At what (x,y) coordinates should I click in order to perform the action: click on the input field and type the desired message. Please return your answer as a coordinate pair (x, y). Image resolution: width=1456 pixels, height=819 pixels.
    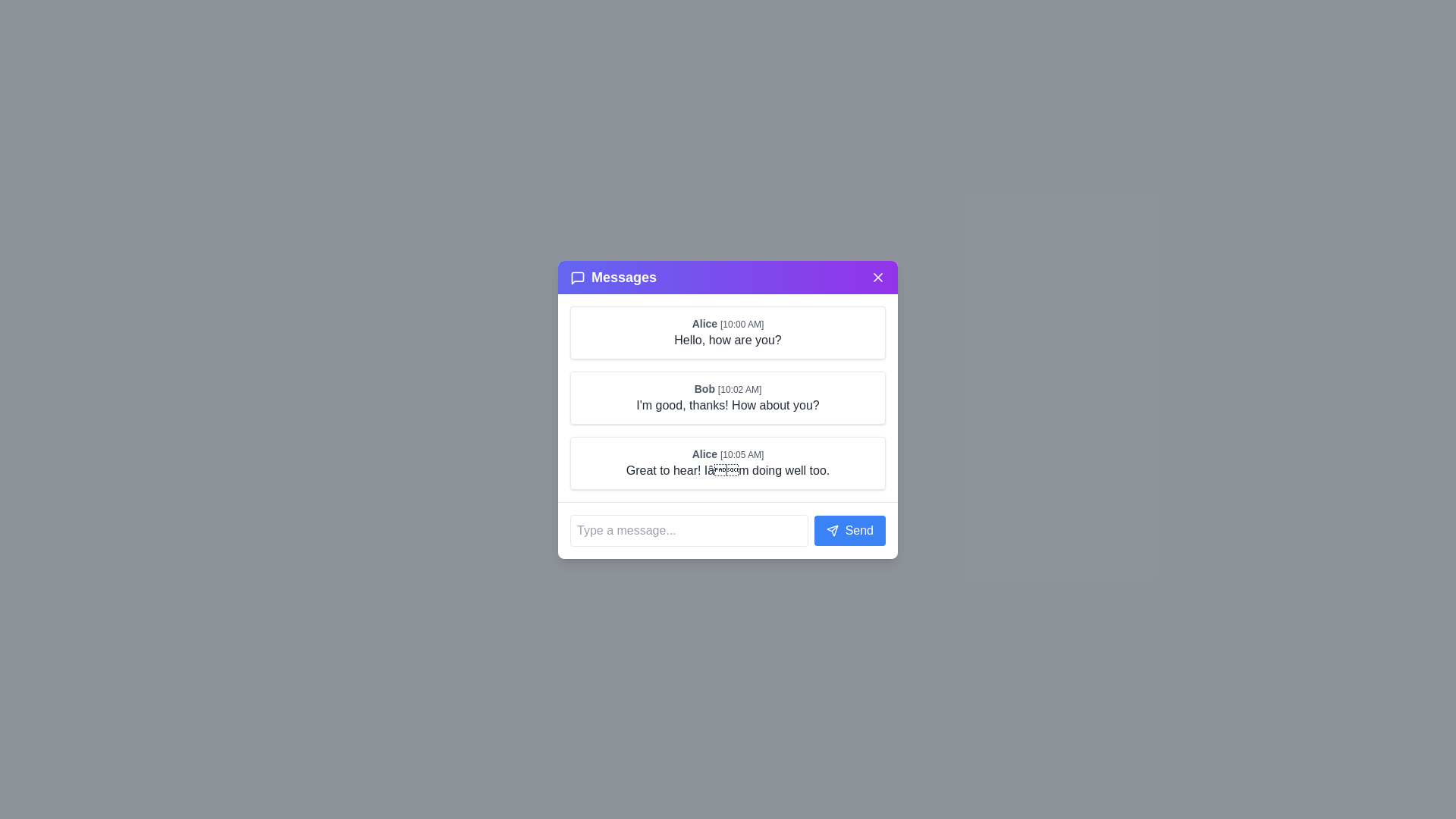
    Looking at the image, I should click on (688, 529).